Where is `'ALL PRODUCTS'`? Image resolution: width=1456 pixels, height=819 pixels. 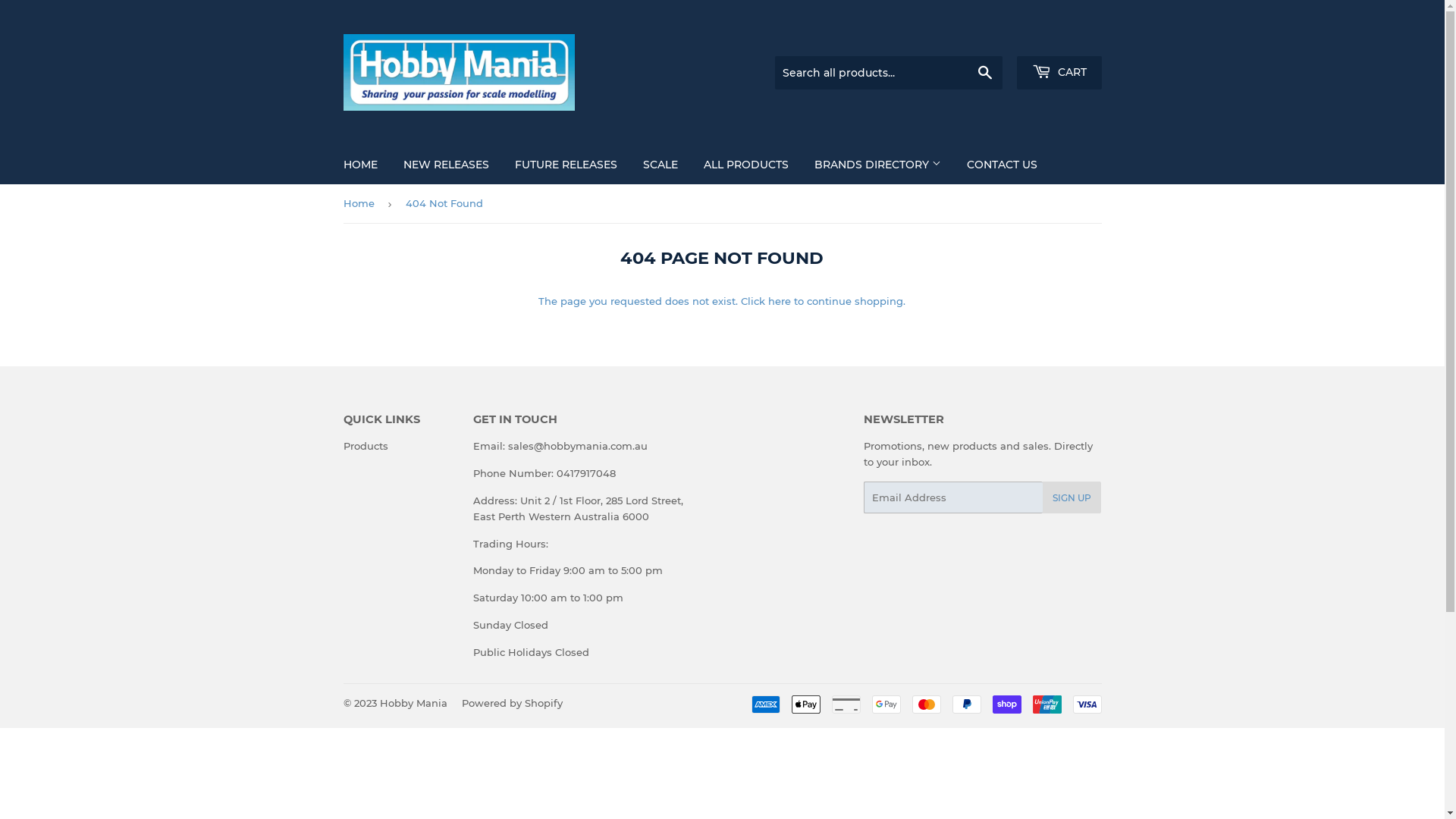
'ALL PRODUCTS' is located at coordinates (691, 164).